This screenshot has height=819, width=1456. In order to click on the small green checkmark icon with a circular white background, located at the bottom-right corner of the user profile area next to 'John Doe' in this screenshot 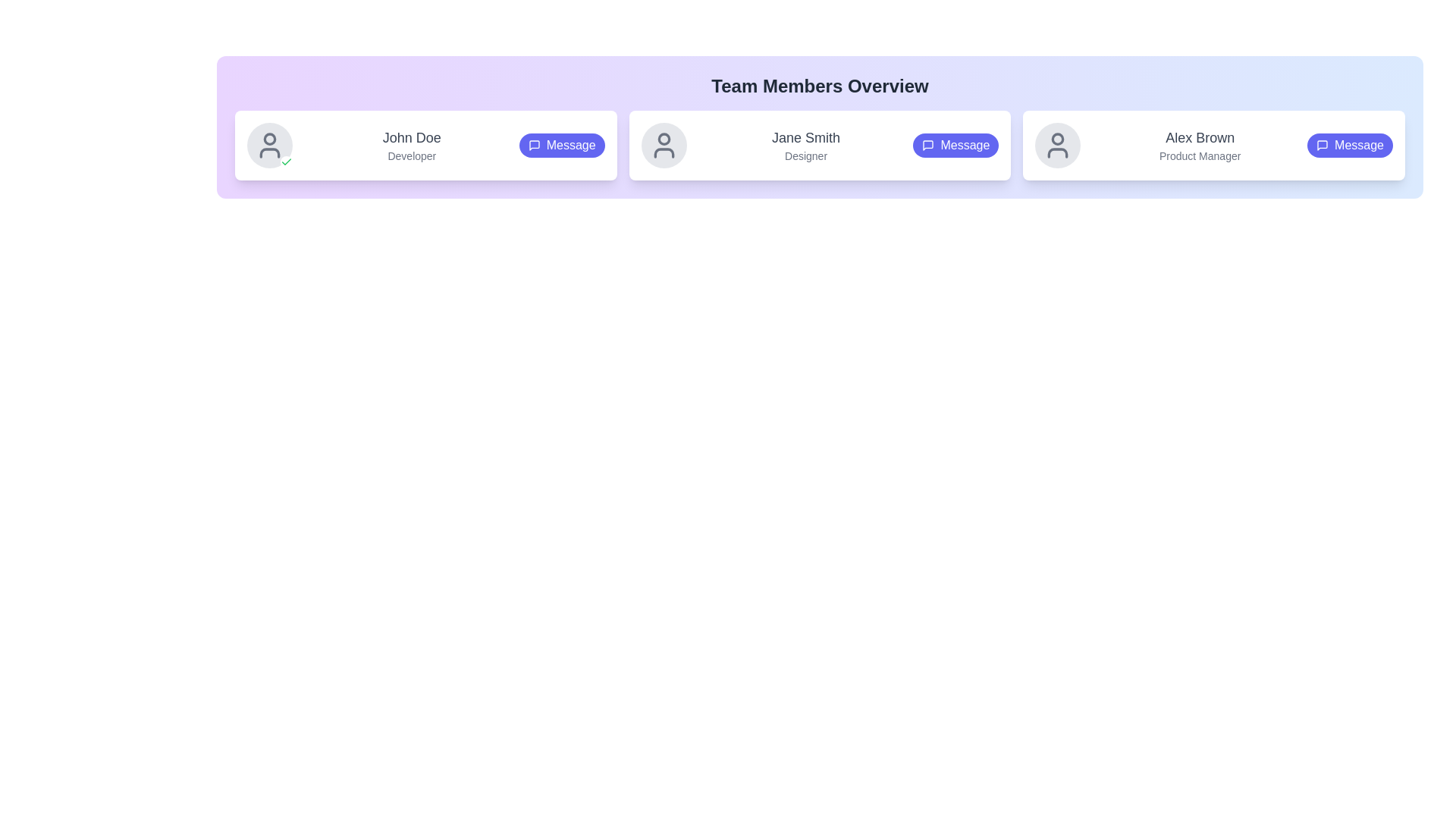, I will do `click(287, 162)`.